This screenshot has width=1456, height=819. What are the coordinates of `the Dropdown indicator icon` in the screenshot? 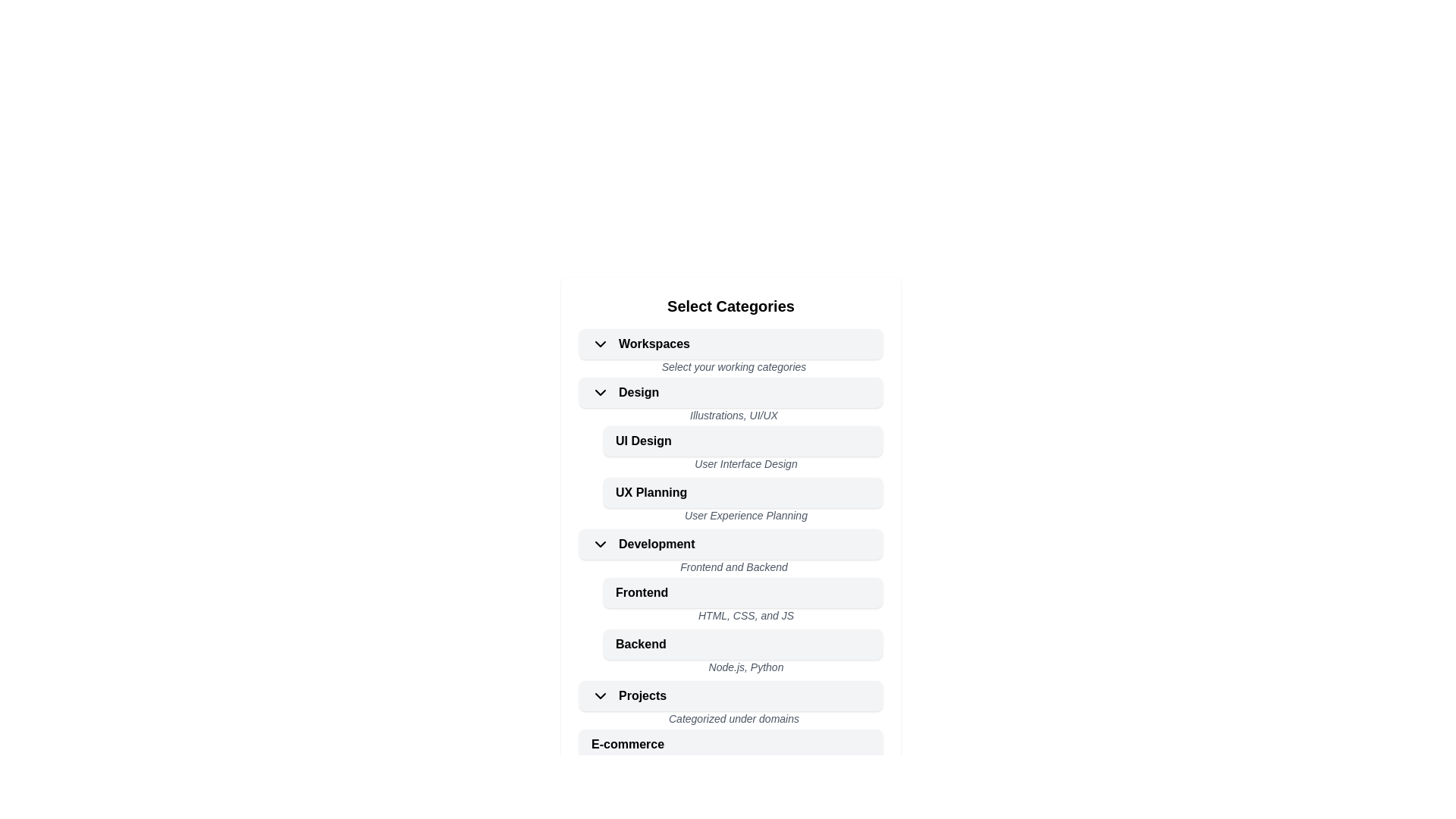 It's located at (600, 696).